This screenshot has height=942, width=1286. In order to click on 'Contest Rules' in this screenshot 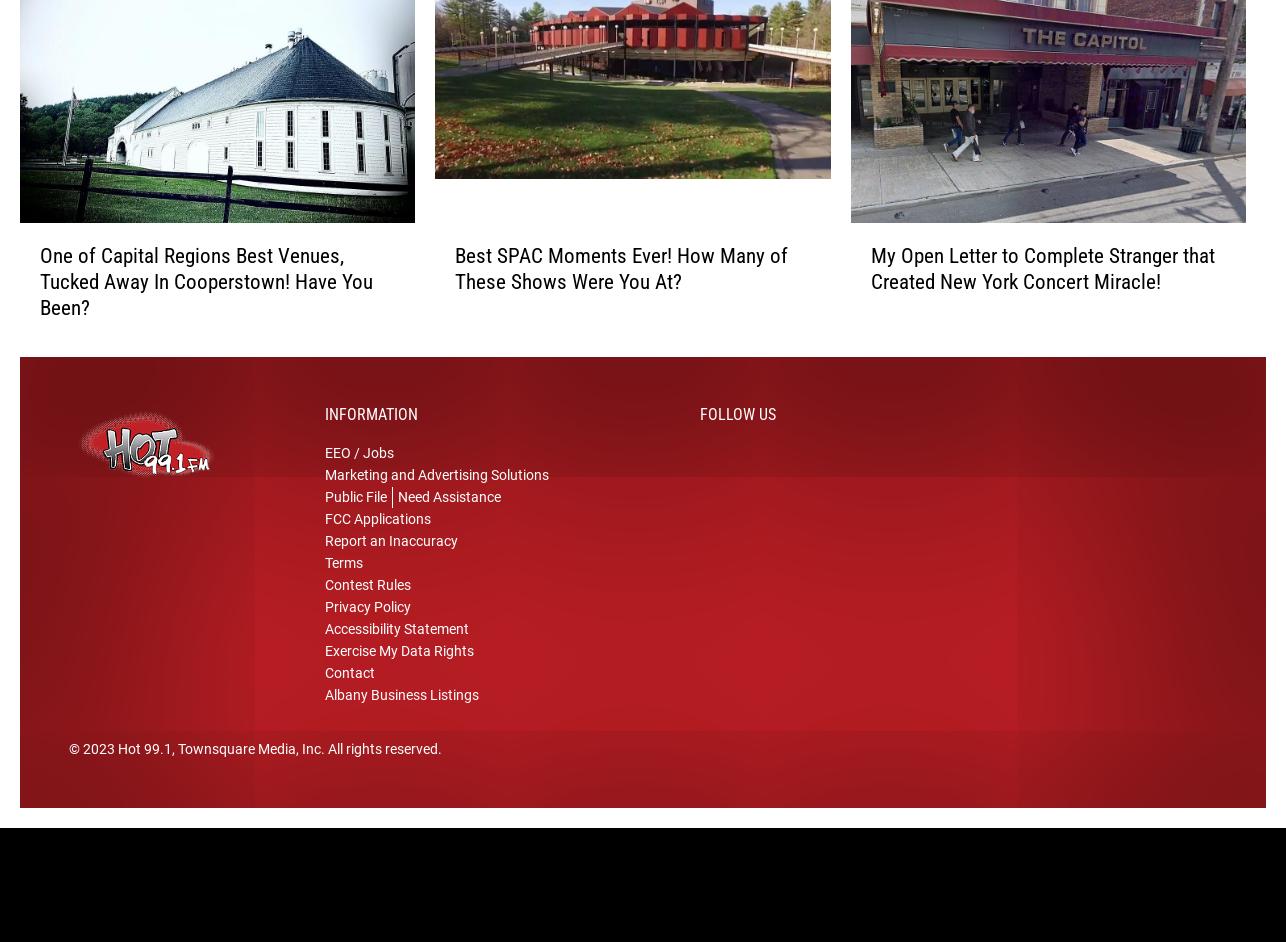, I will do `click(323, 610)`.